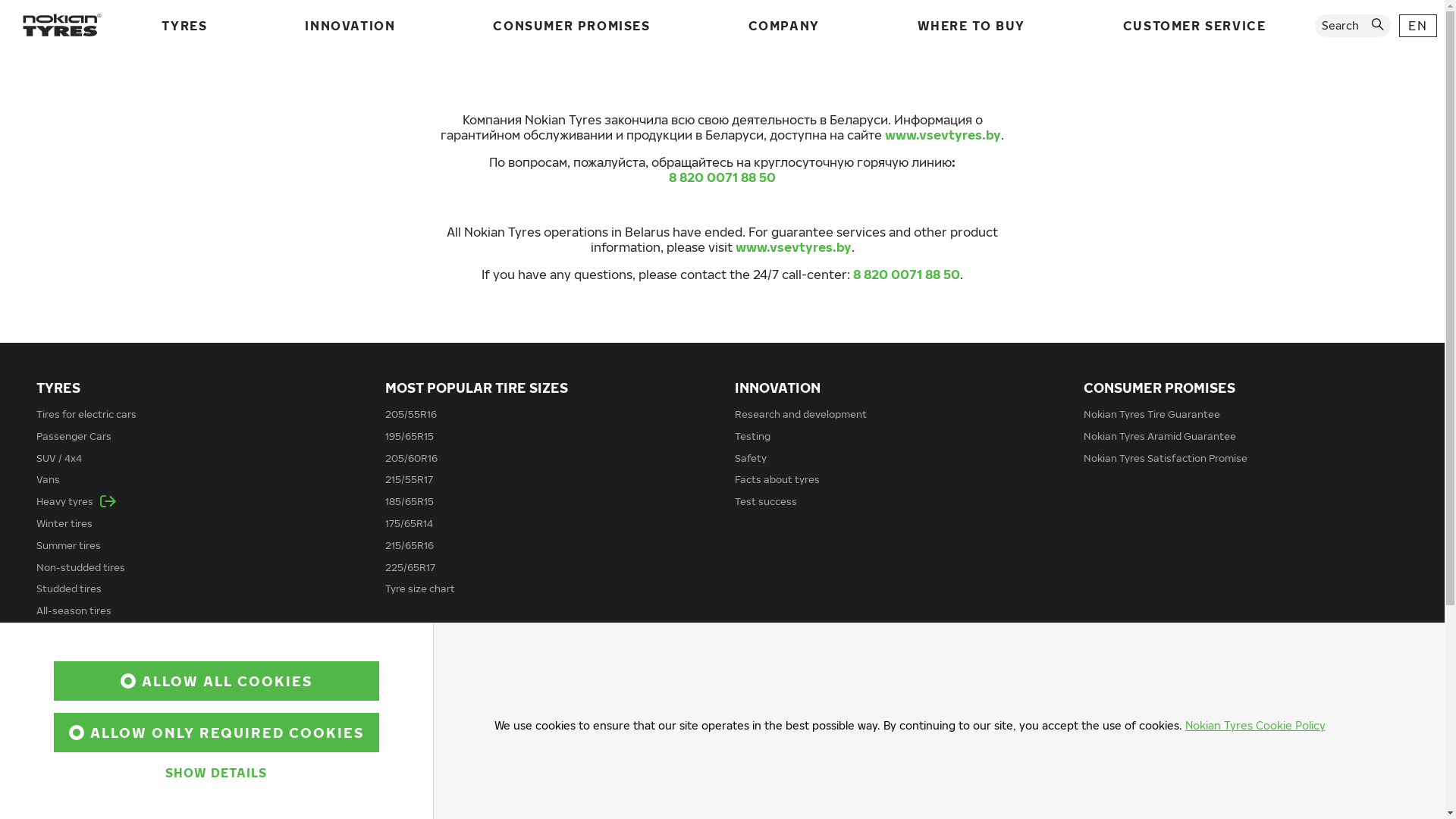 The width and height of the screenshot is (1456, 819). I want to click on 'EN', so click(1417, 26).